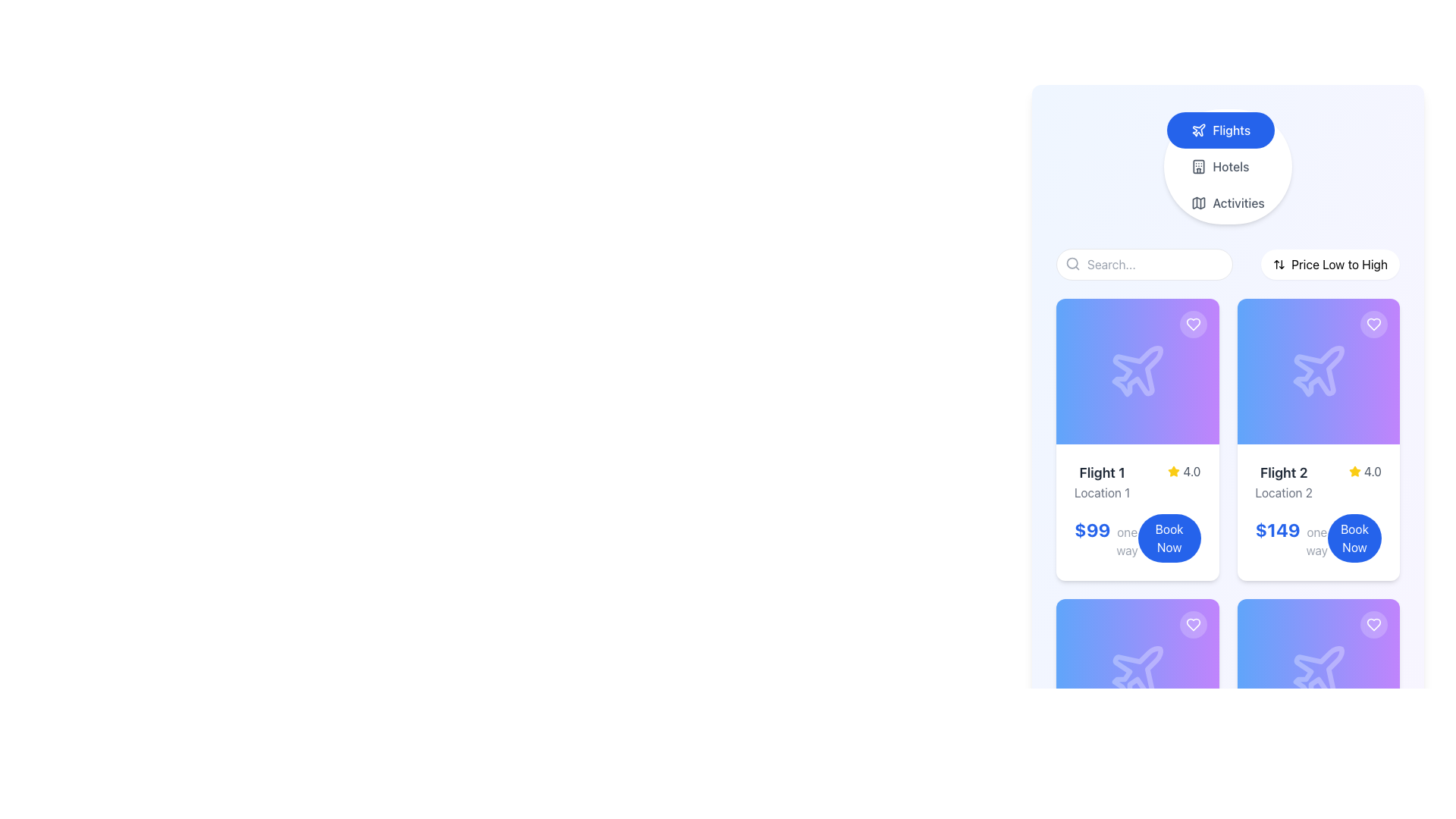 The width and height of the screenshot is (1456, 819). I want to click on the arrow icon next to the 'Price Low to High' text, so click(1278, 263).